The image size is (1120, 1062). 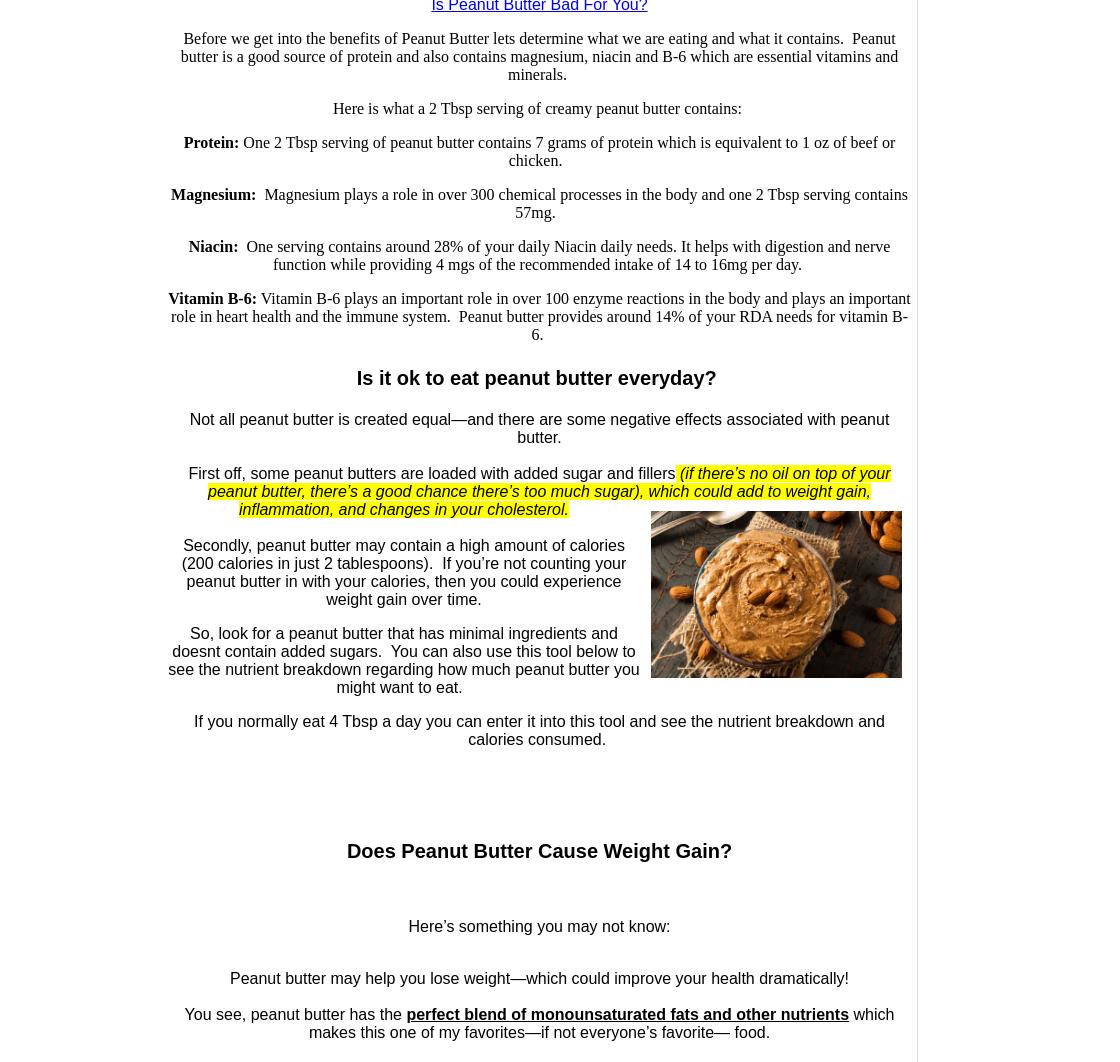 I want to click on 'Not all peanut butter is created equal—and there are some negative effects associated with peanut butter.', so click(x=538, y=427).